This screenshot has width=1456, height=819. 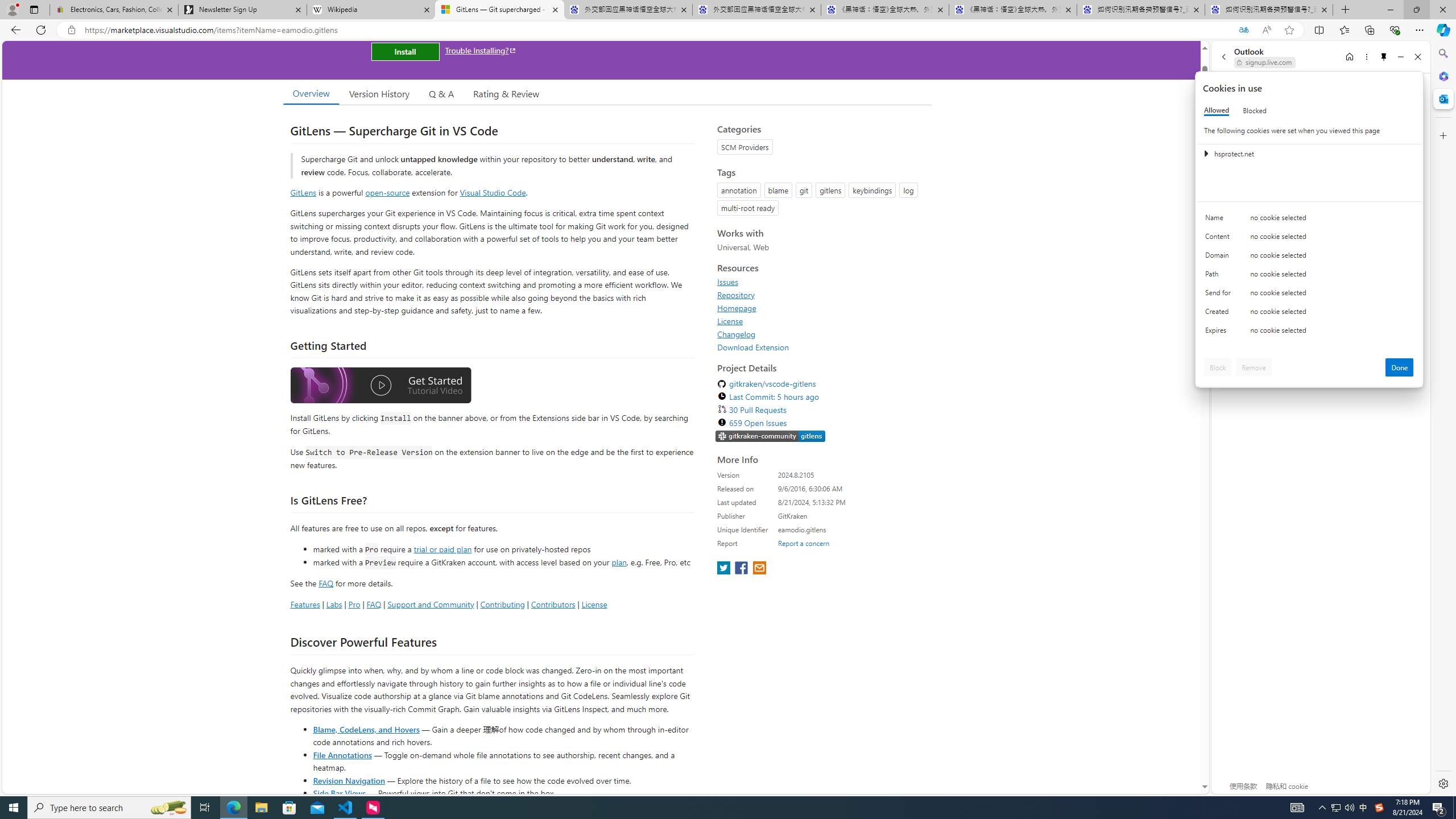 I want to click on 'Created', so click(x=1219, y=313).